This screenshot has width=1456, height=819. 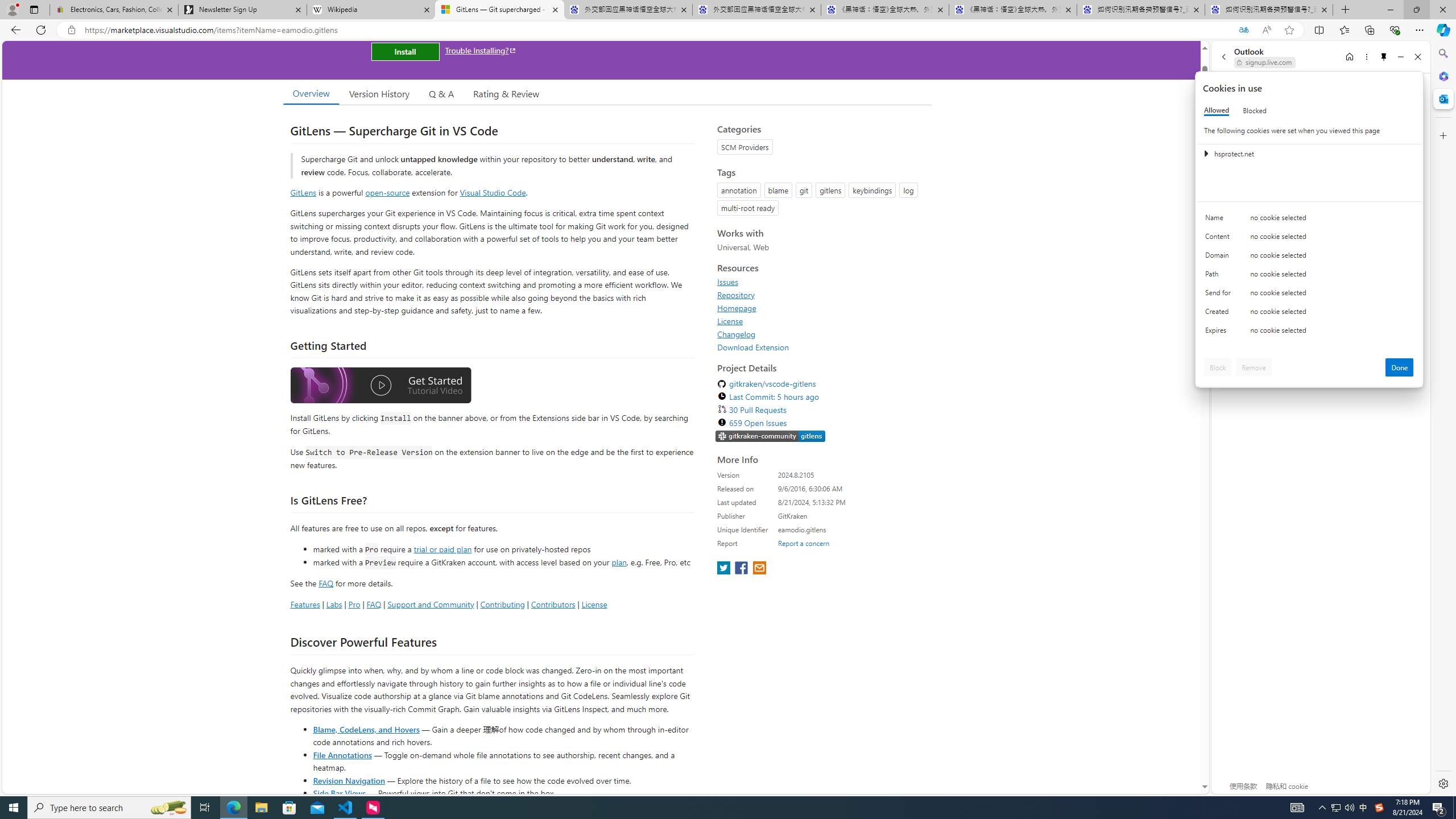 I want to click on 'Created', so click(x=1219, y=313).